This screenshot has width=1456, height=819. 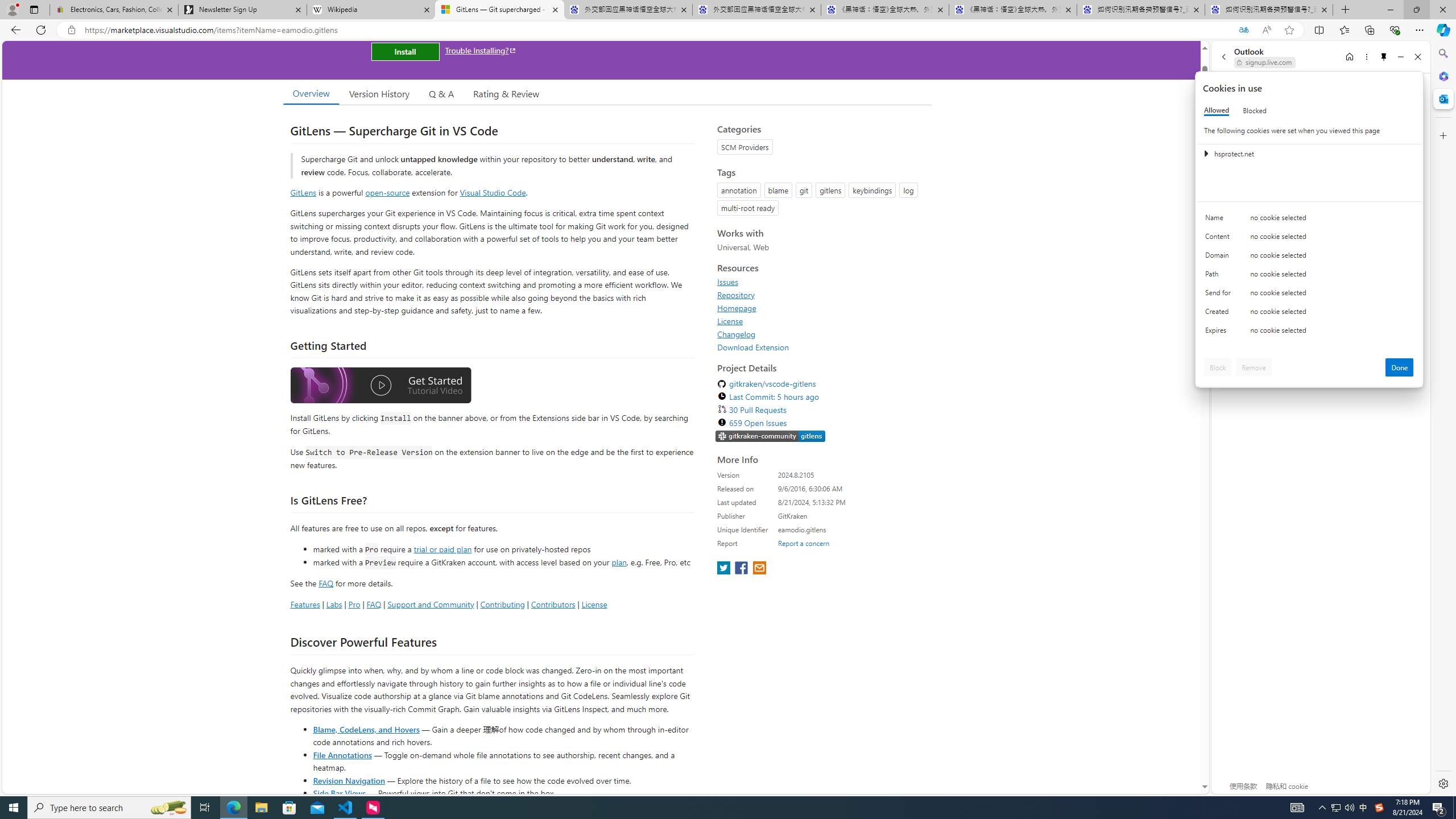 I want to click on 'Created', so click(x=1219, y=313).